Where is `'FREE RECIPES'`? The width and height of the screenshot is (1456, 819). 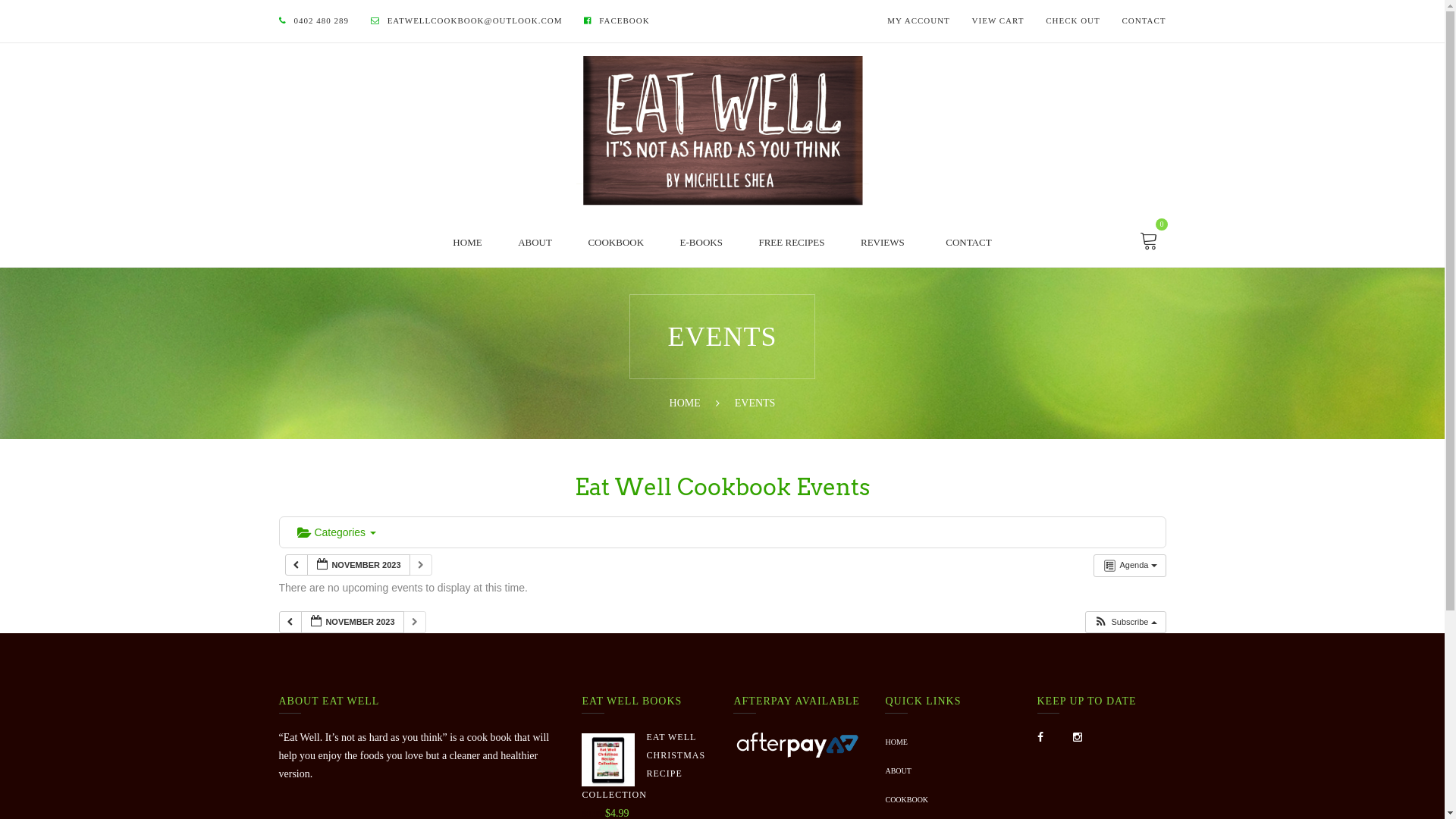 'FREE RECIPES' is located at coordinates (790, 242).